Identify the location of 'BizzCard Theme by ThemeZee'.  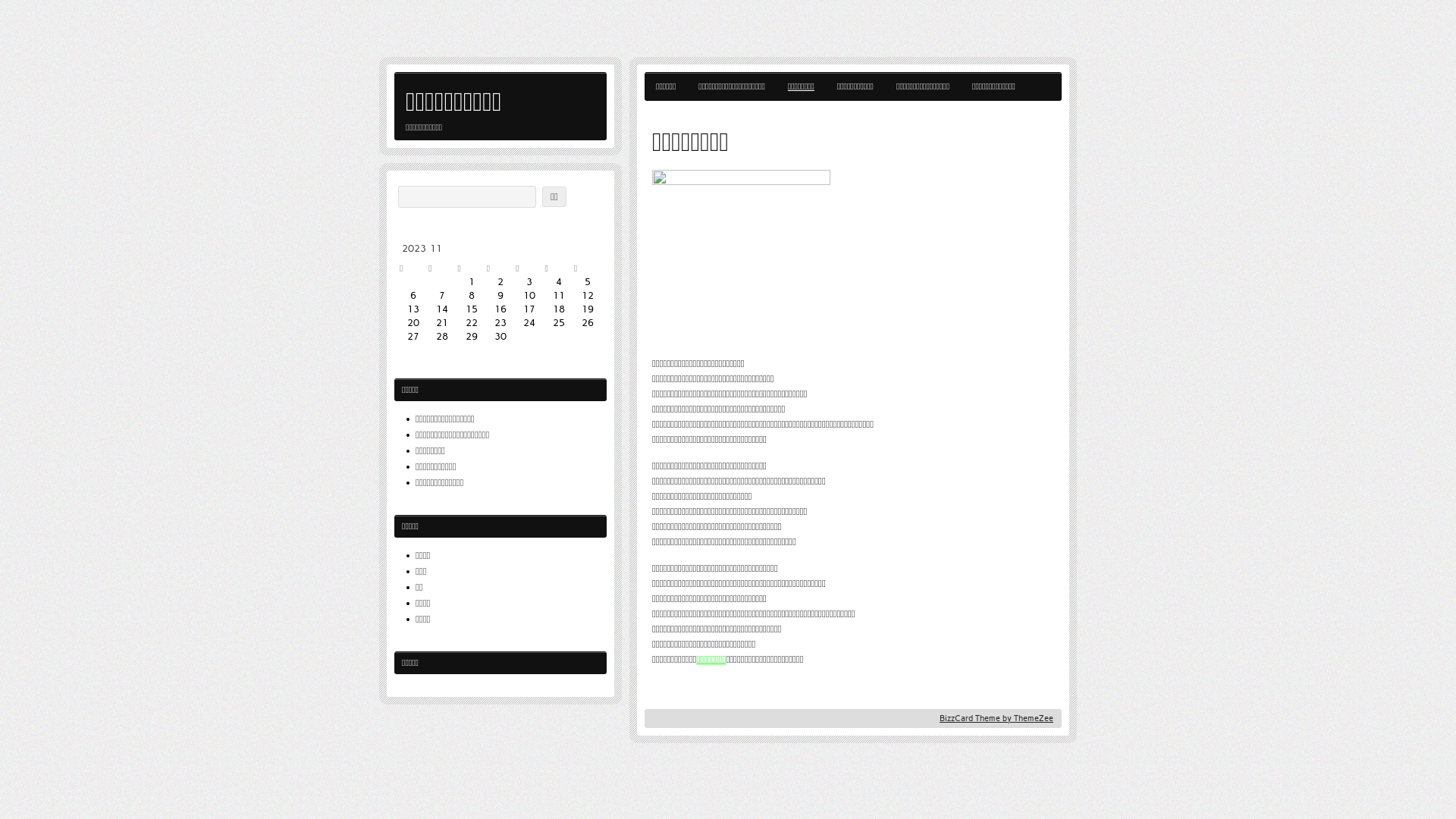
(996, 717).